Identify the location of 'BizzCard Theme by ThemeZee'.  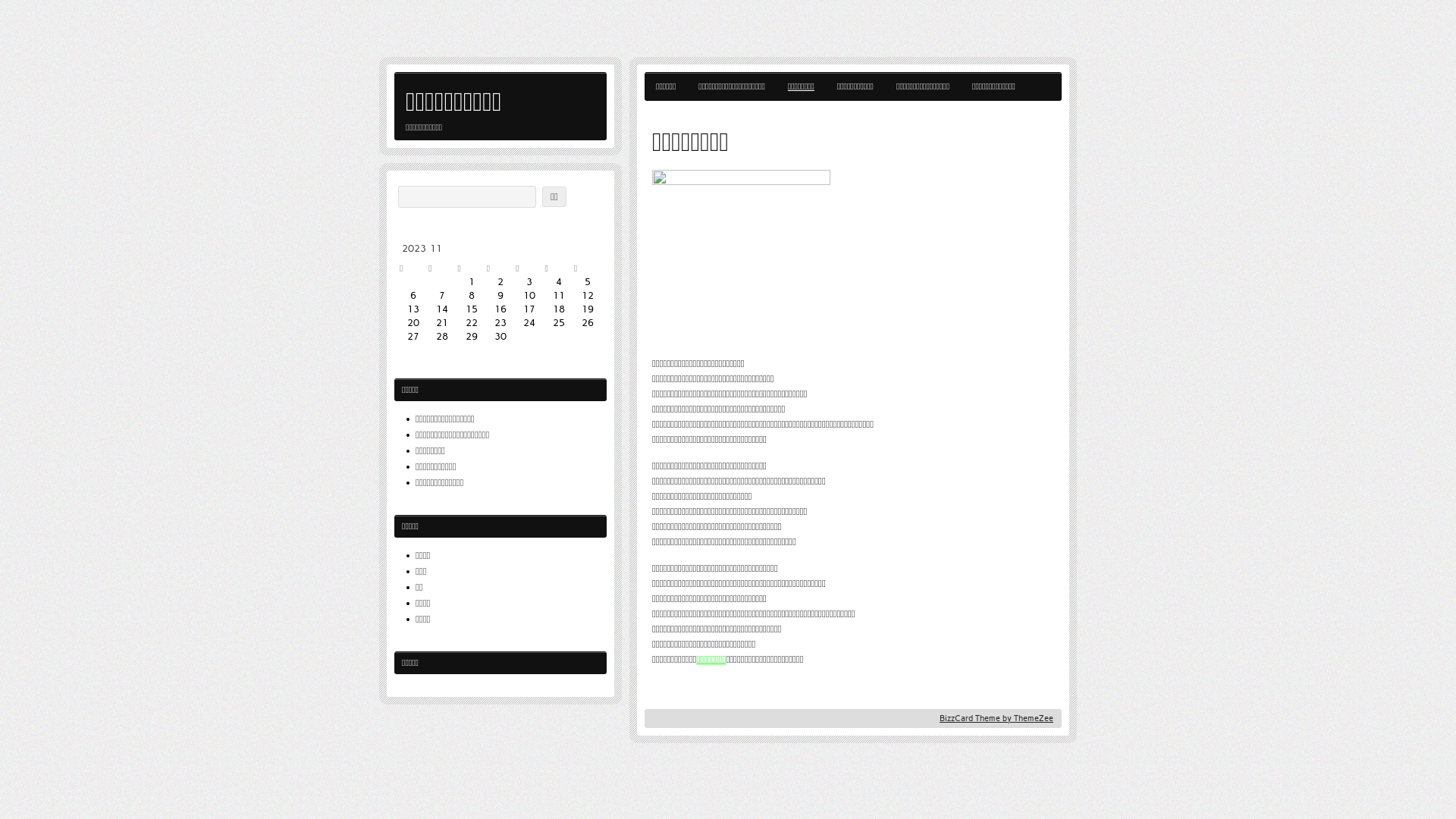
(996, 717).